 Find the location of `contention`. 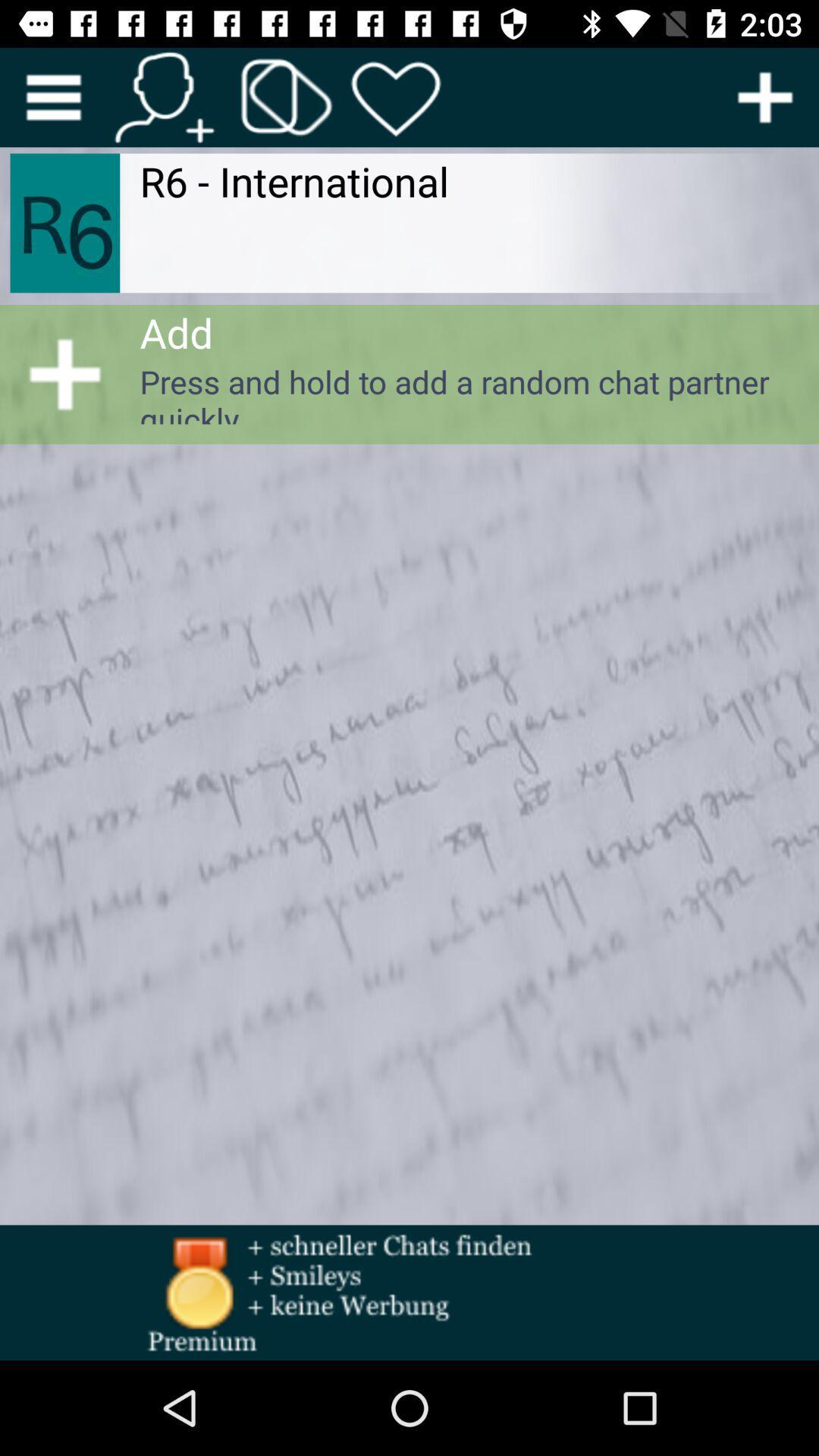

contention is located at coordinates (165, 96).